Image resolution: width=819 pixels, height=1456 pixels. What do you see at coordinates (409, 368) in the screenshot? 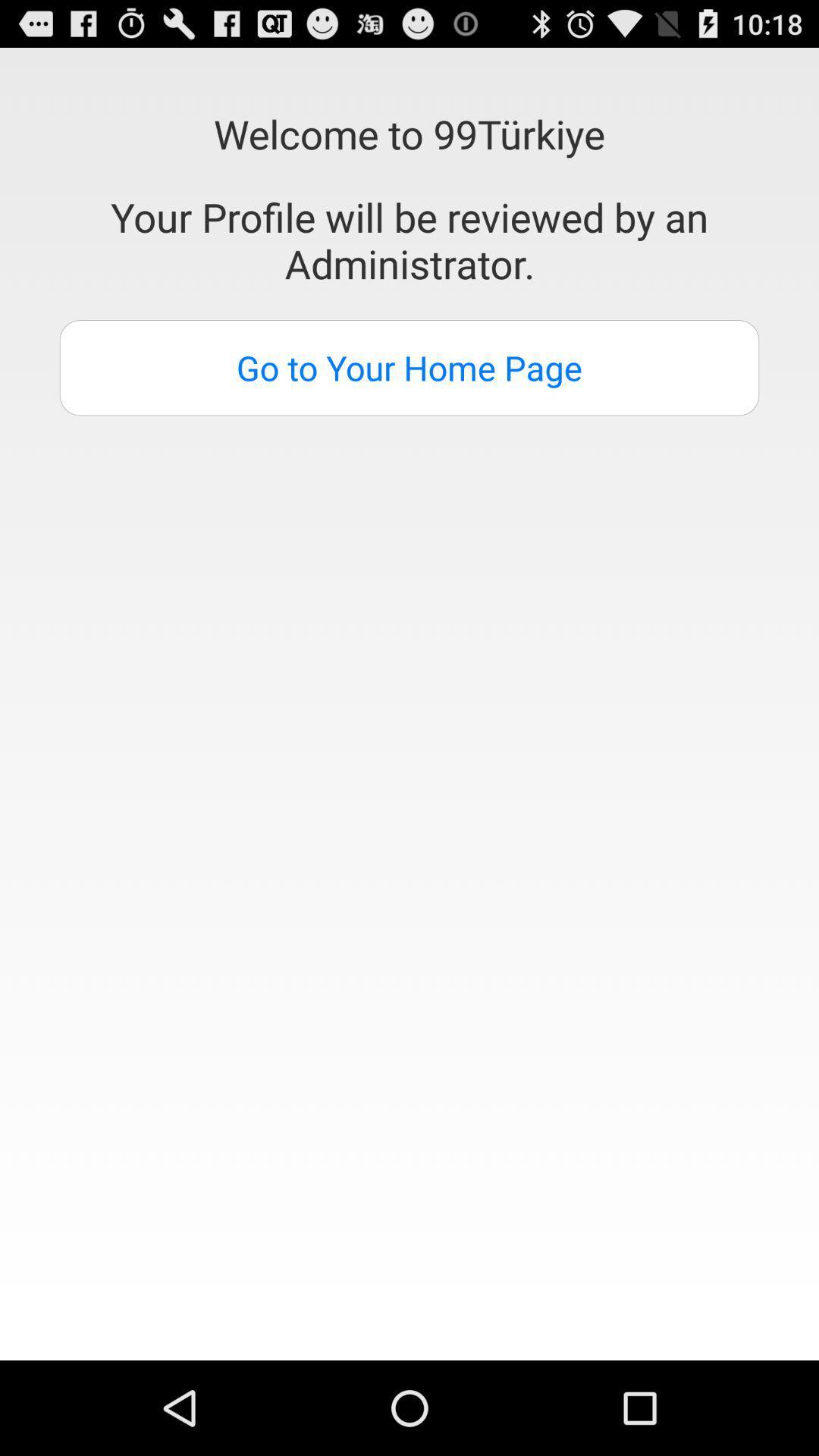
I see `item below the your profile will icon` at bounding box center [409, 368].